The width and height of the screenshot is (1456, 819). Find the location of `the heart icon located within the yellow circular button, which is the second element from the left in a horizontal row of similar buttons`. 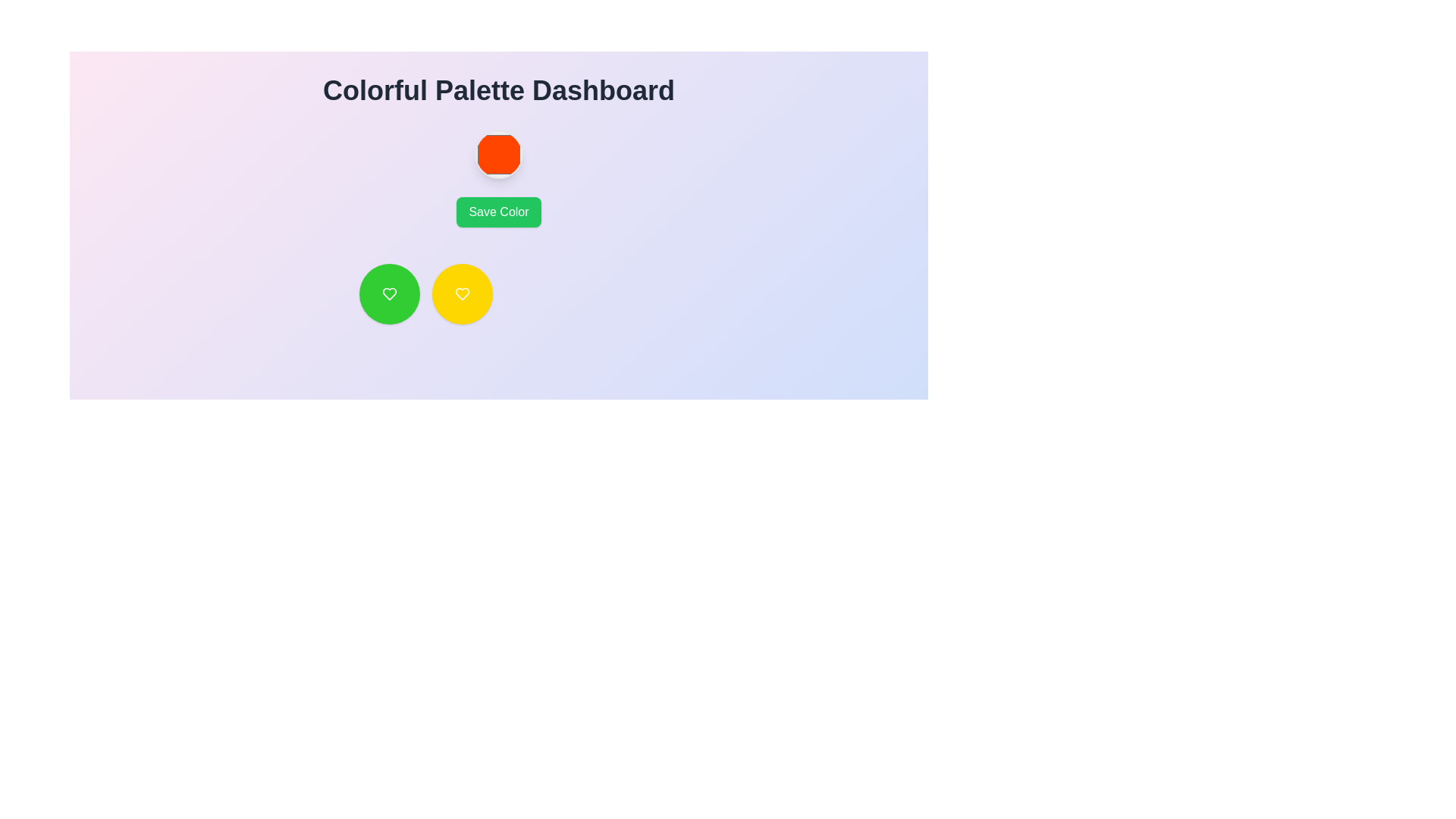

the heart icon located within the yellow circular button, which is the second element from the left in a horizontal row of similar buttons is located at coordinates (461, 294).